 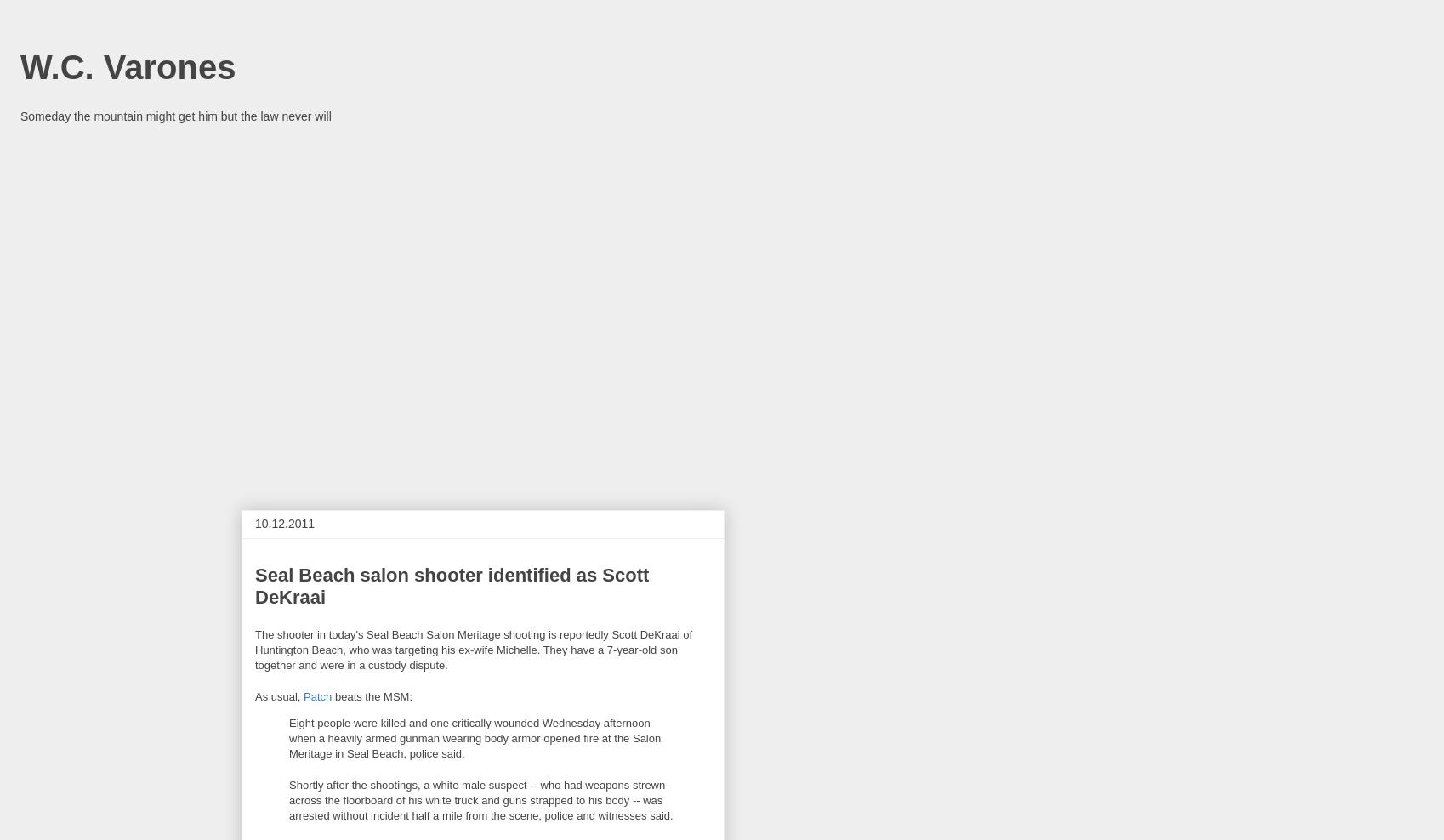 I want to click on 'beats the MSM:', so click(x=332, y=695).